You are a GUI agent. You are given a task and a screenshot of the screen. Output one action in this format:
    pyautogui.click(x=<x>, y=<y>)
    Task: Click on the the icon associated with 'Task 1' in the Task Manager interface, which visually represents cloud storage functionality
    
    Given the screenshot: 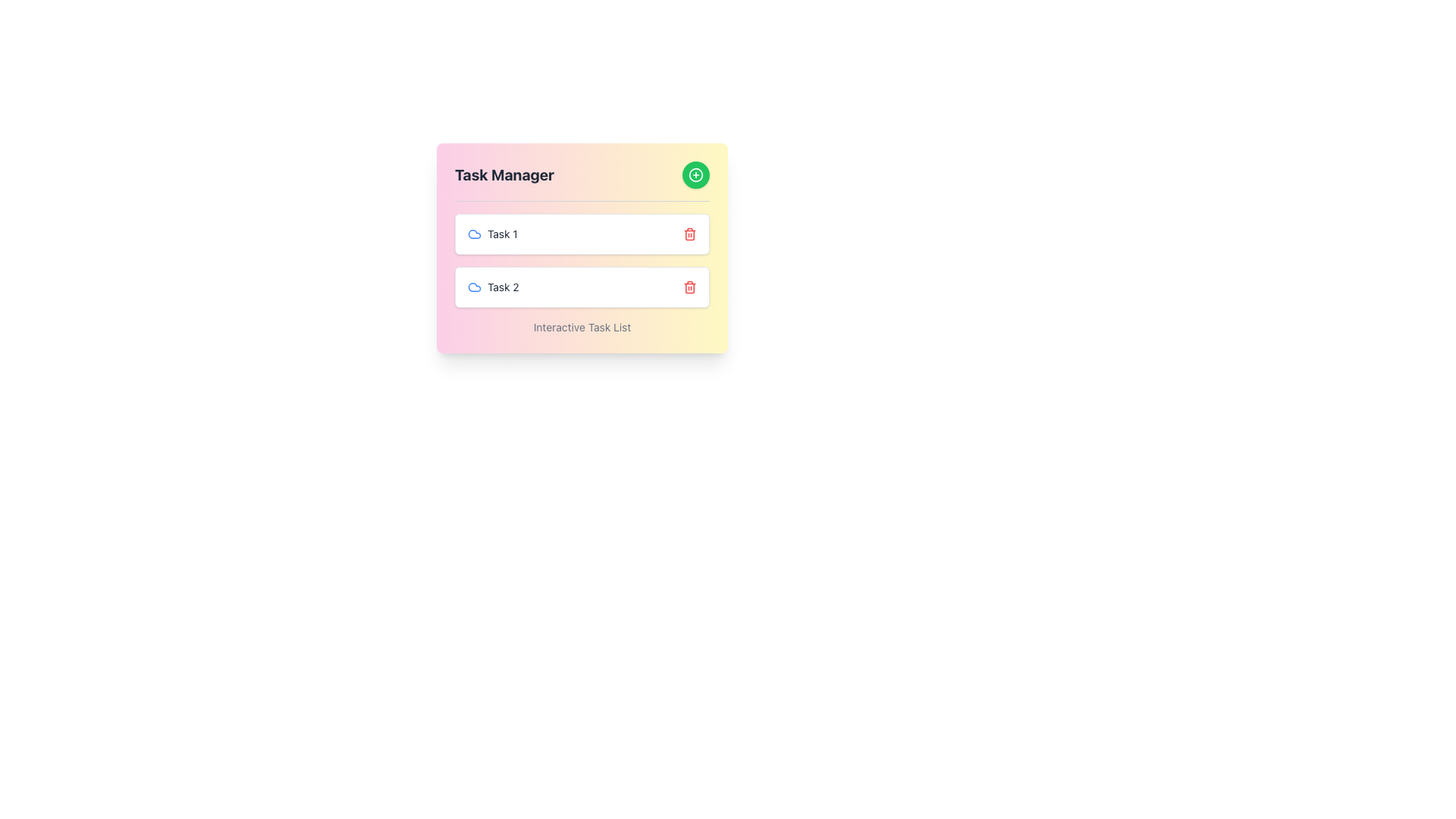 What is the action you would take?
    pyautogui.click(x=473, y=287)
    